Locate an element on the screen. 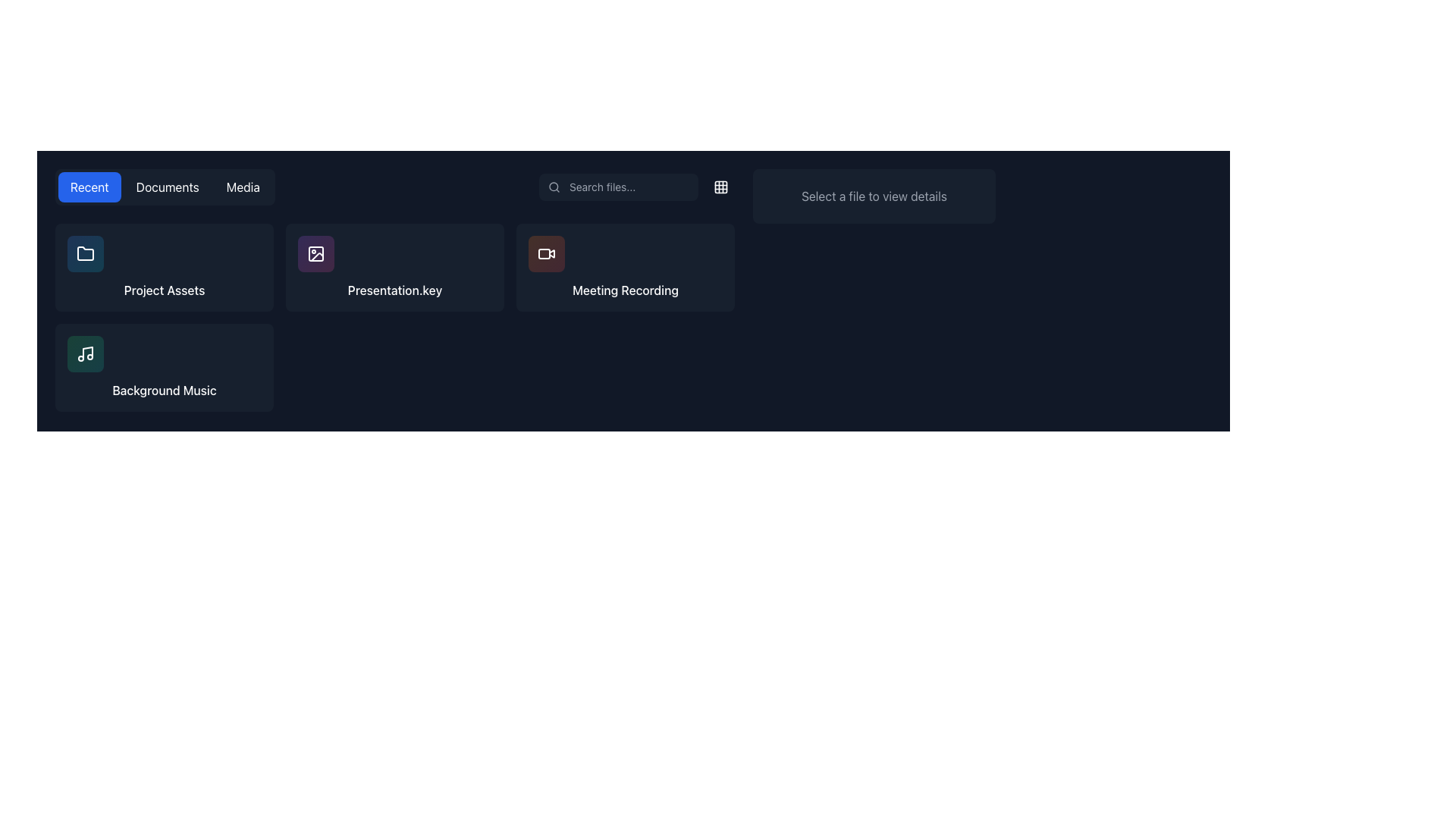 The image size is (1456, 819). the 'Documents' button, which is a rectangular button with rounded corners and a dark background is located at coordinates (168, 186).